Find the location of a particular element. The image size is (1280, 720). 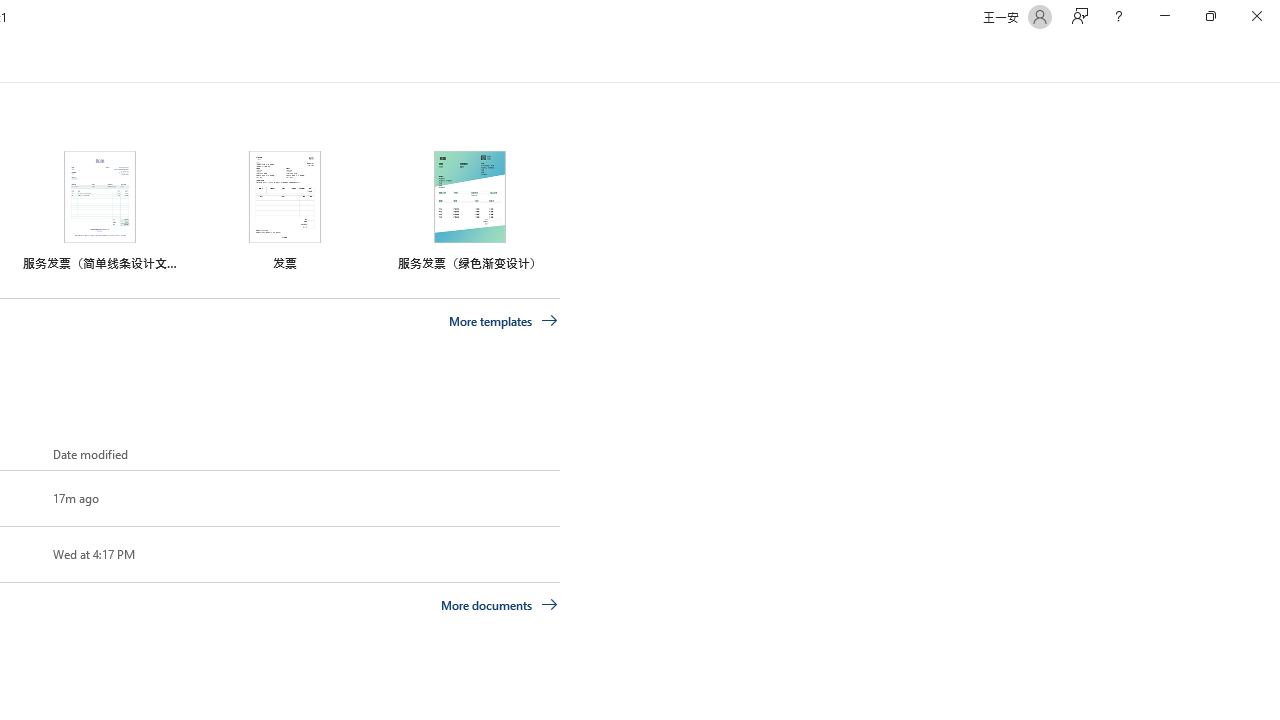

'More documents' is located at coordinates (499, 603).